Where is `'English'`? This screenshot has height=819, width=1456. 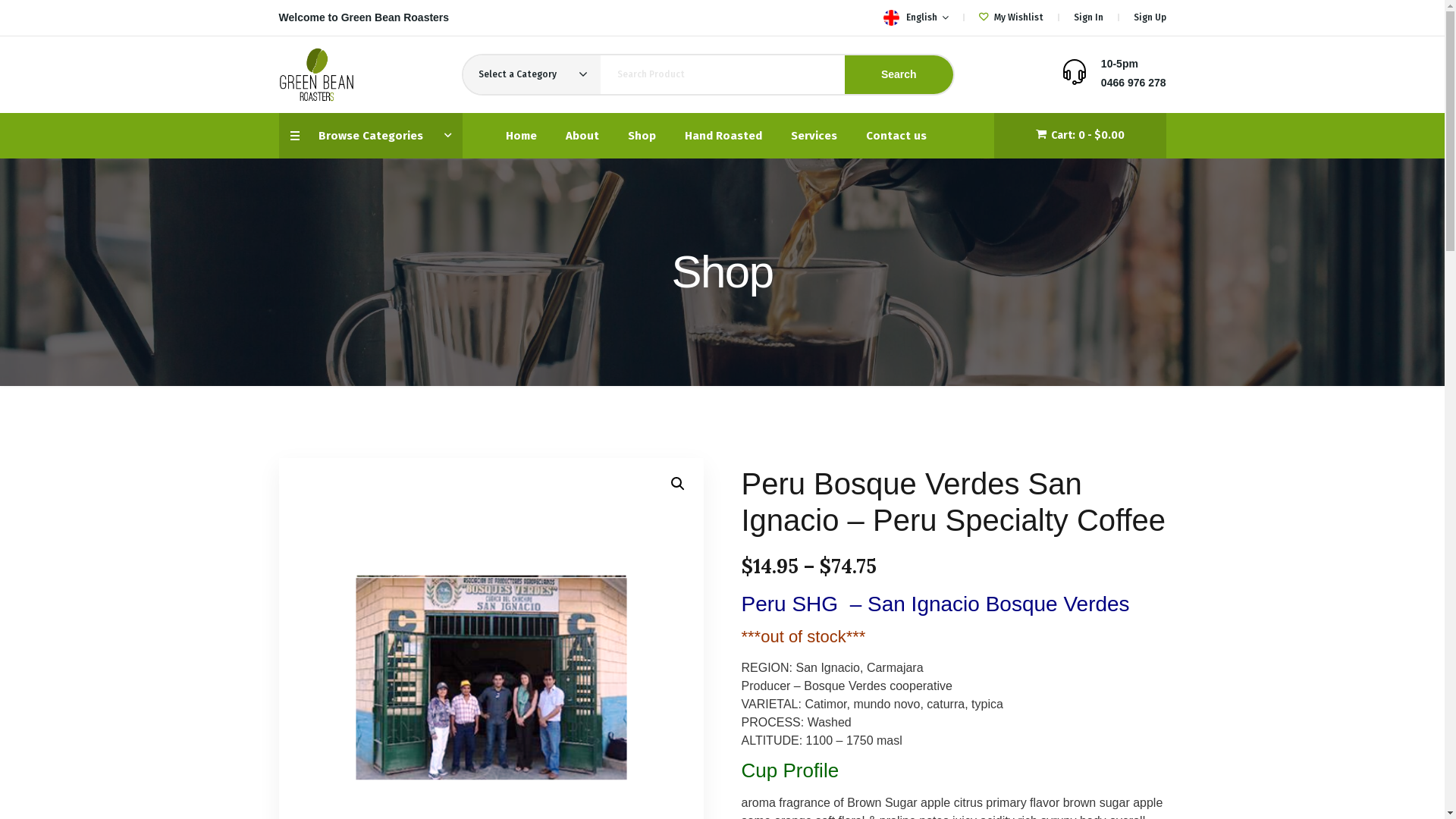
'English' is located at coordinates (890, 17).